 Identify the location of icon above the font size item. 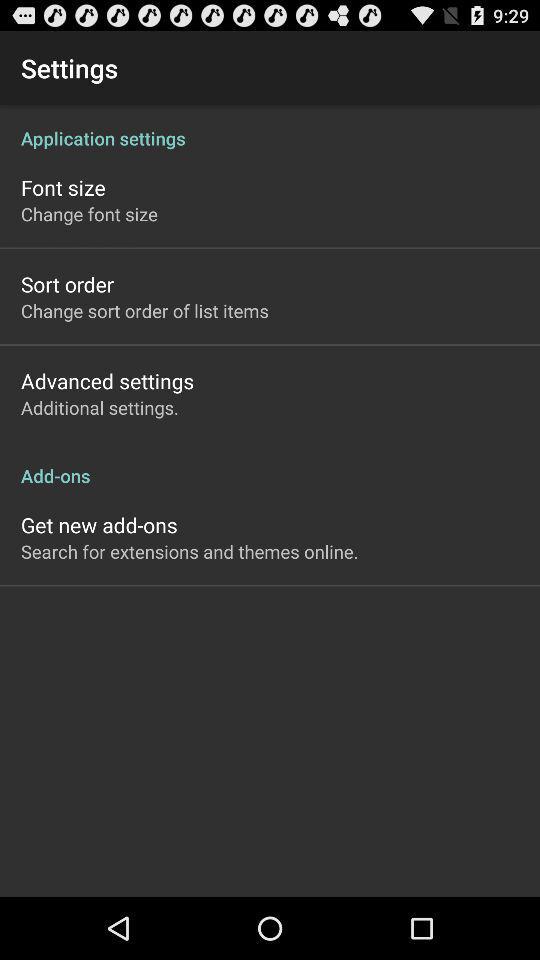
(270, 126).